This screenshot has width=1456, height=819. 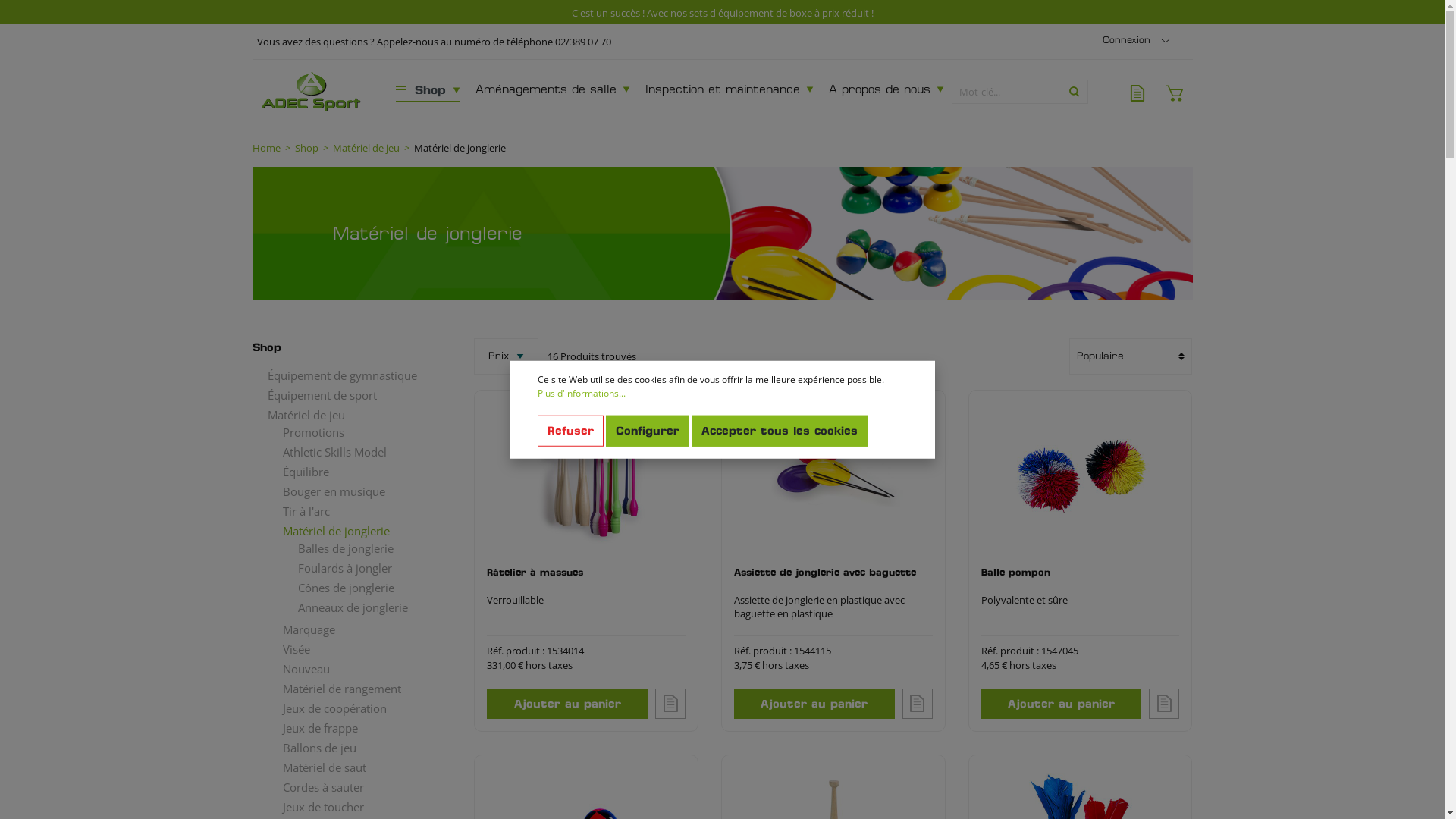 What do you see at coordinates (354, 747) in the screenshot?
I see `'Ballons de jeu'` at bounding box center [354, 747].